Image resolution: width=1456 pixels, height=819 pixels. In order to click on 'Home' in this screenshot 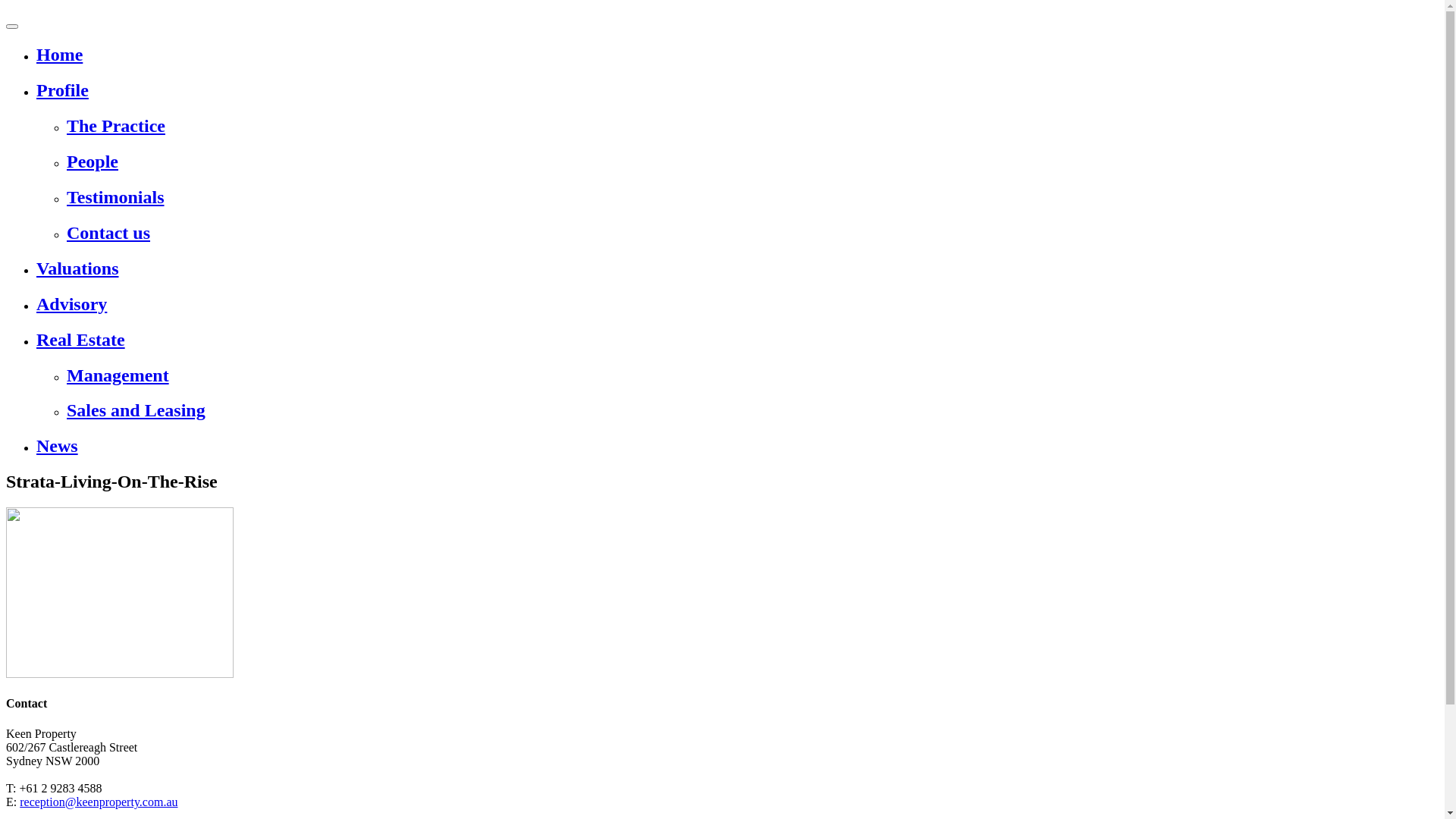, I will do `click(36, 54)`.